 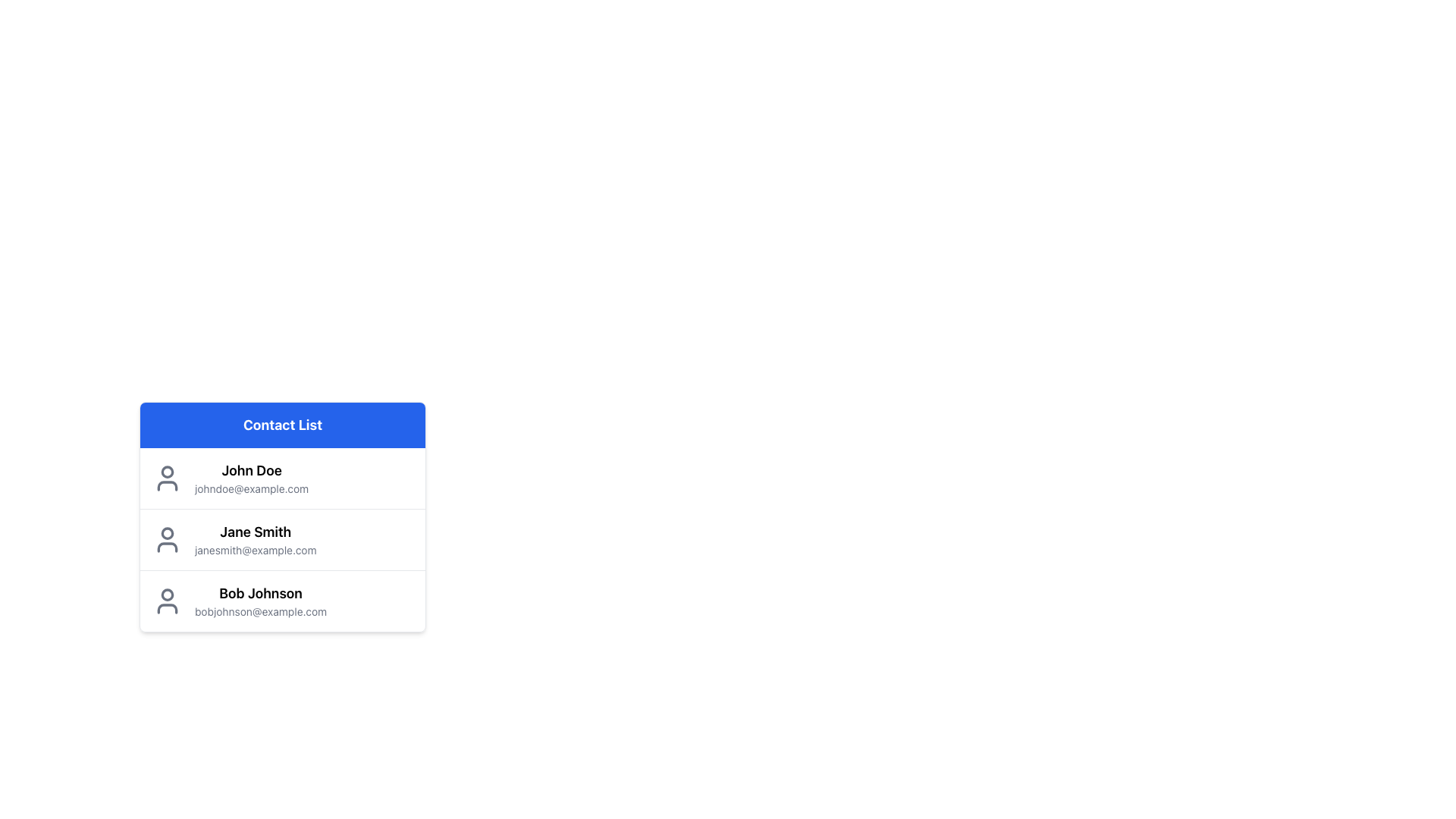 I want to click on text content of the Text Display that provides user identification information, including the person's full name and email address, located in the first item of the 'Contact List', so click(x=252, y=479).